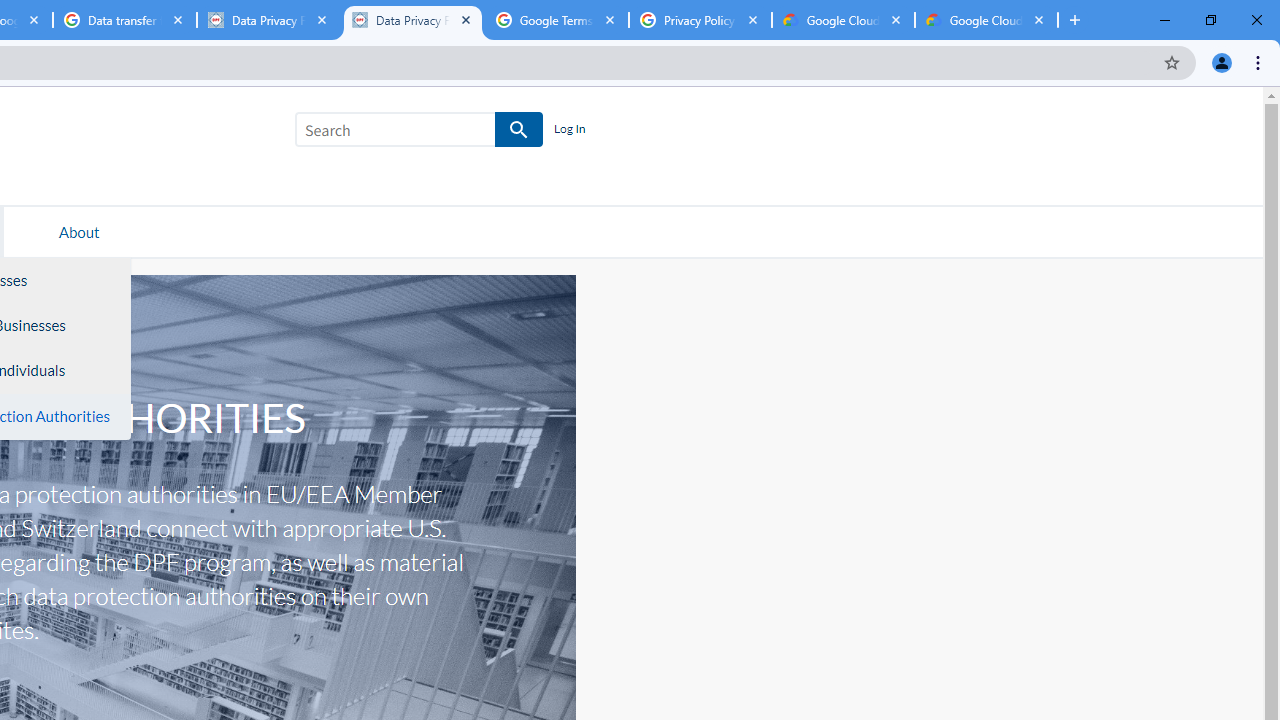 The image size is (1280, 720). Describe the element at coordinates (79, 230) in the screenshot. I see `'About'` at that location.